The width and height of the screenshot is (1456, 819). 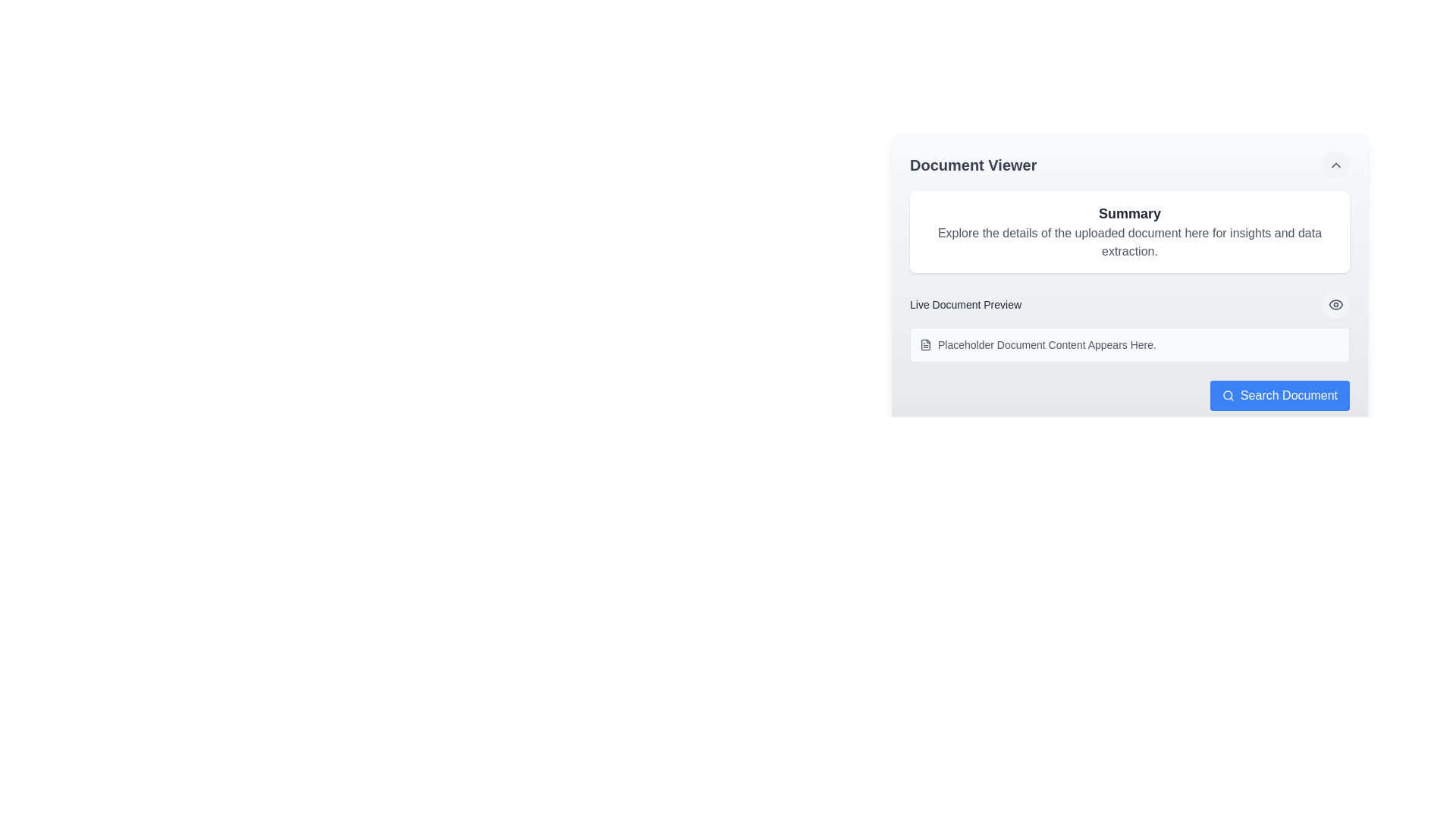 I want to click on the Text Display with Icon that shows 'Placeholder Document Content Appears Here.' in gray font within the 'Live Document Preview' section of the 'Document Viewer' area, so click(x=1129, y=345).